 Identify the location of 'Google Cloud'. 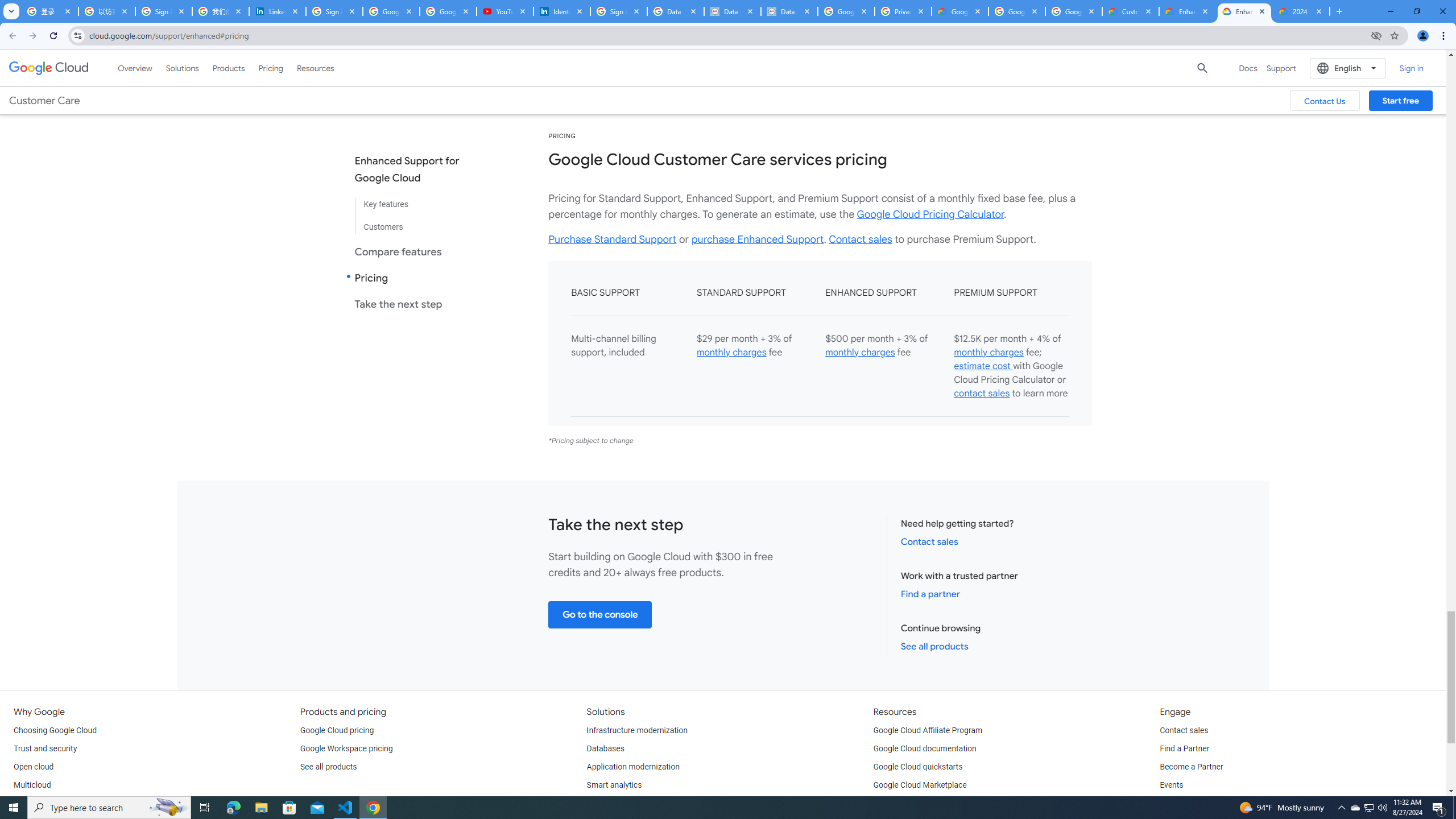
(48, 67).